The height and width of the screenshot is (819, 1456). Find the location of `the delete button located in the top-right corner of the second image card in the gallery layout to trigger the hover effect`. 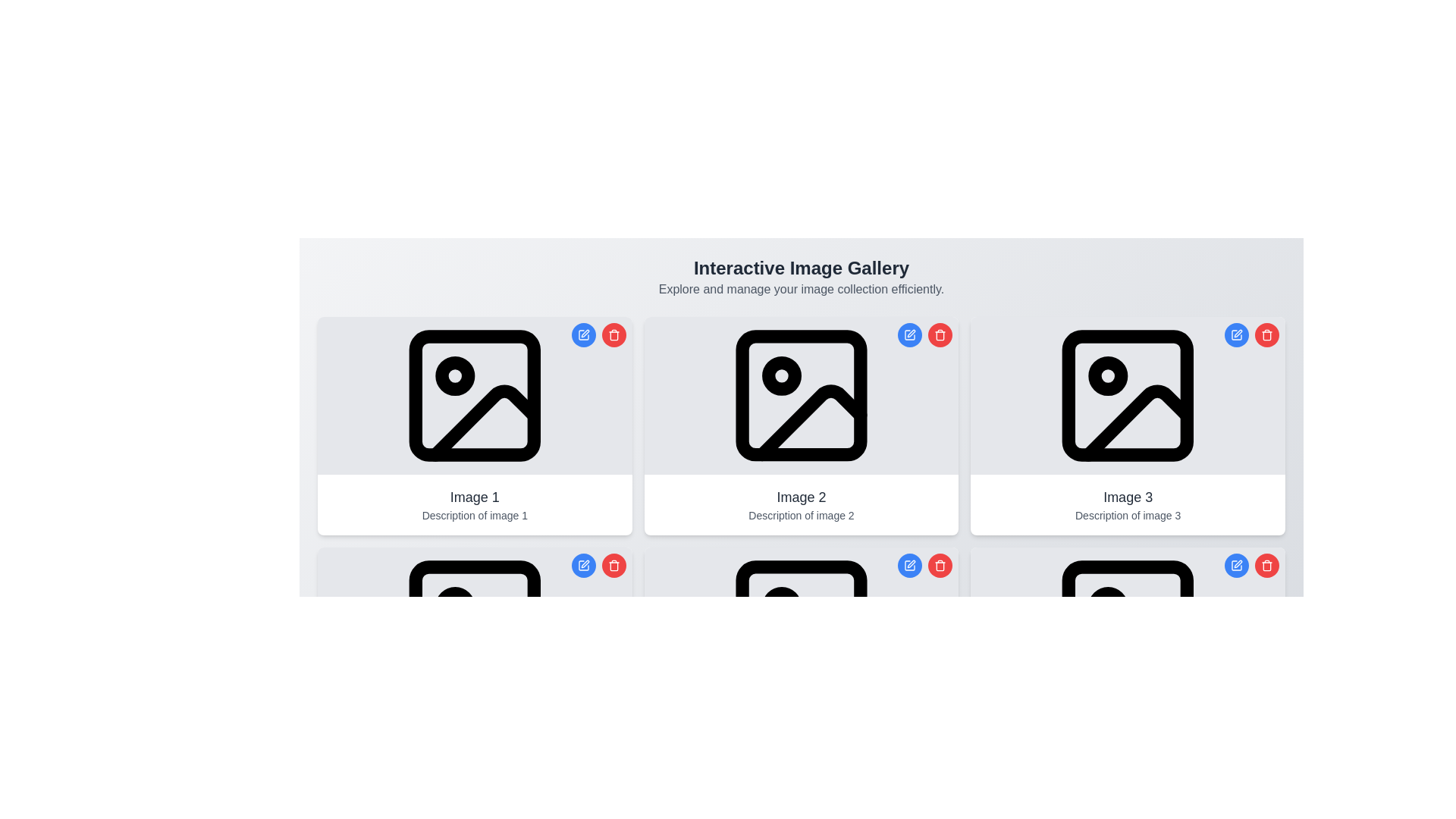

the delete button located in the top-right corner of the second image card in the gallery layout to trigger the hover effect is located at coordinates (940, 334).